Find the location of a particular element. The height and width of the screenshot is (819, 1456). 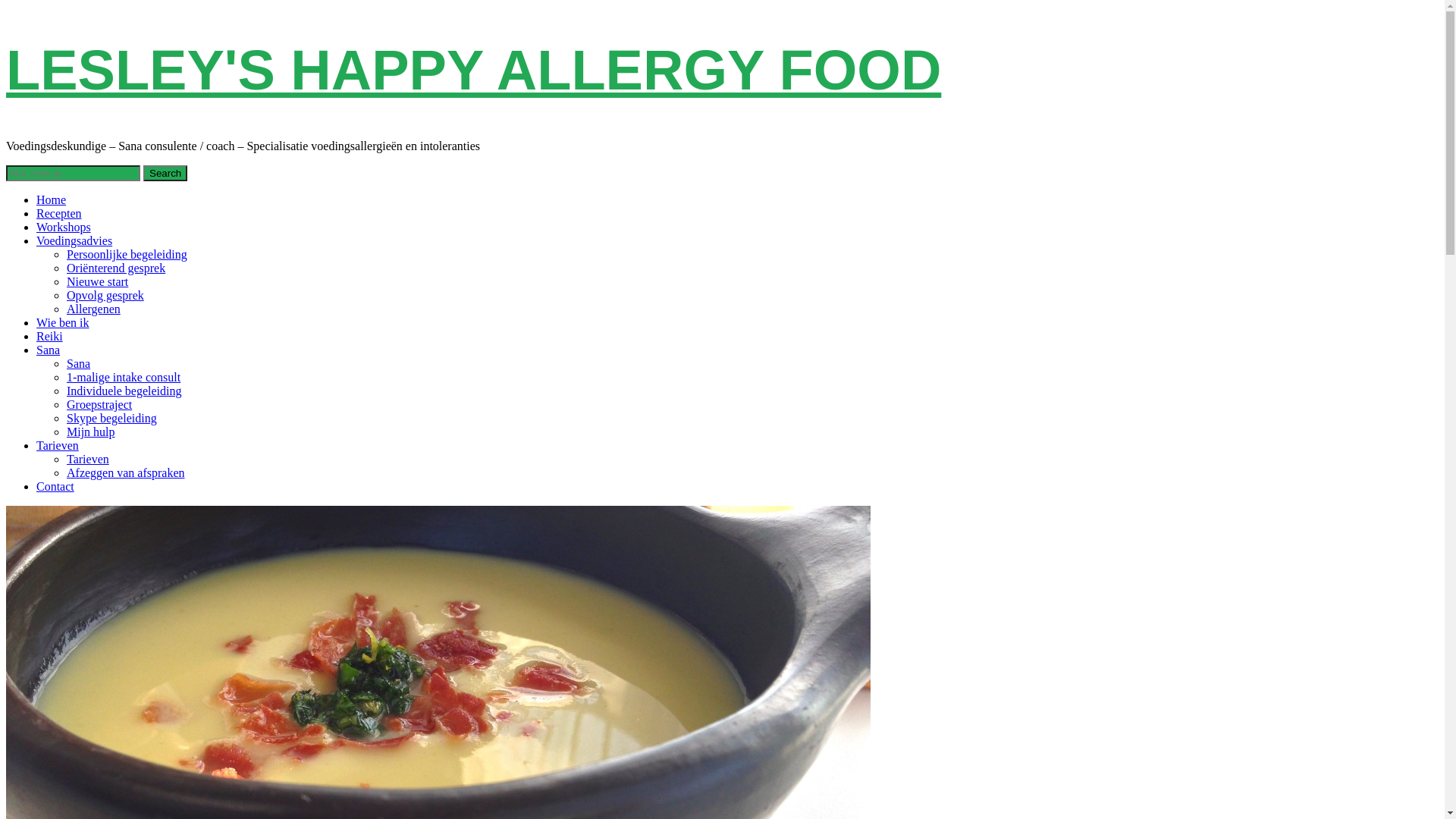

'Workshops' is located at coordinates (62, 227).